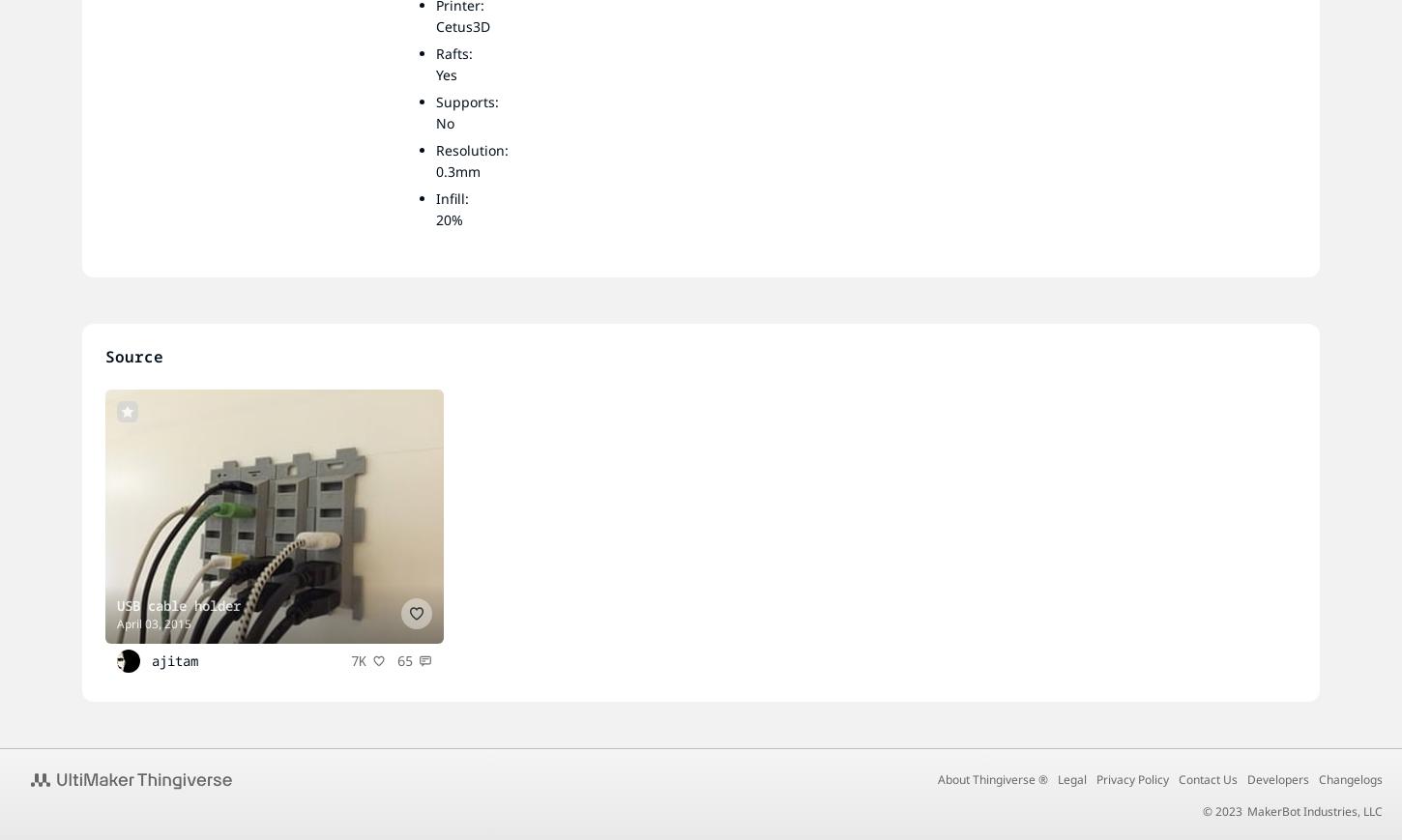 This screenshot has height=840, width=1402. Describe the element at coordinates (464, 101) in the screenshot. I see `'Supports'` at that location.